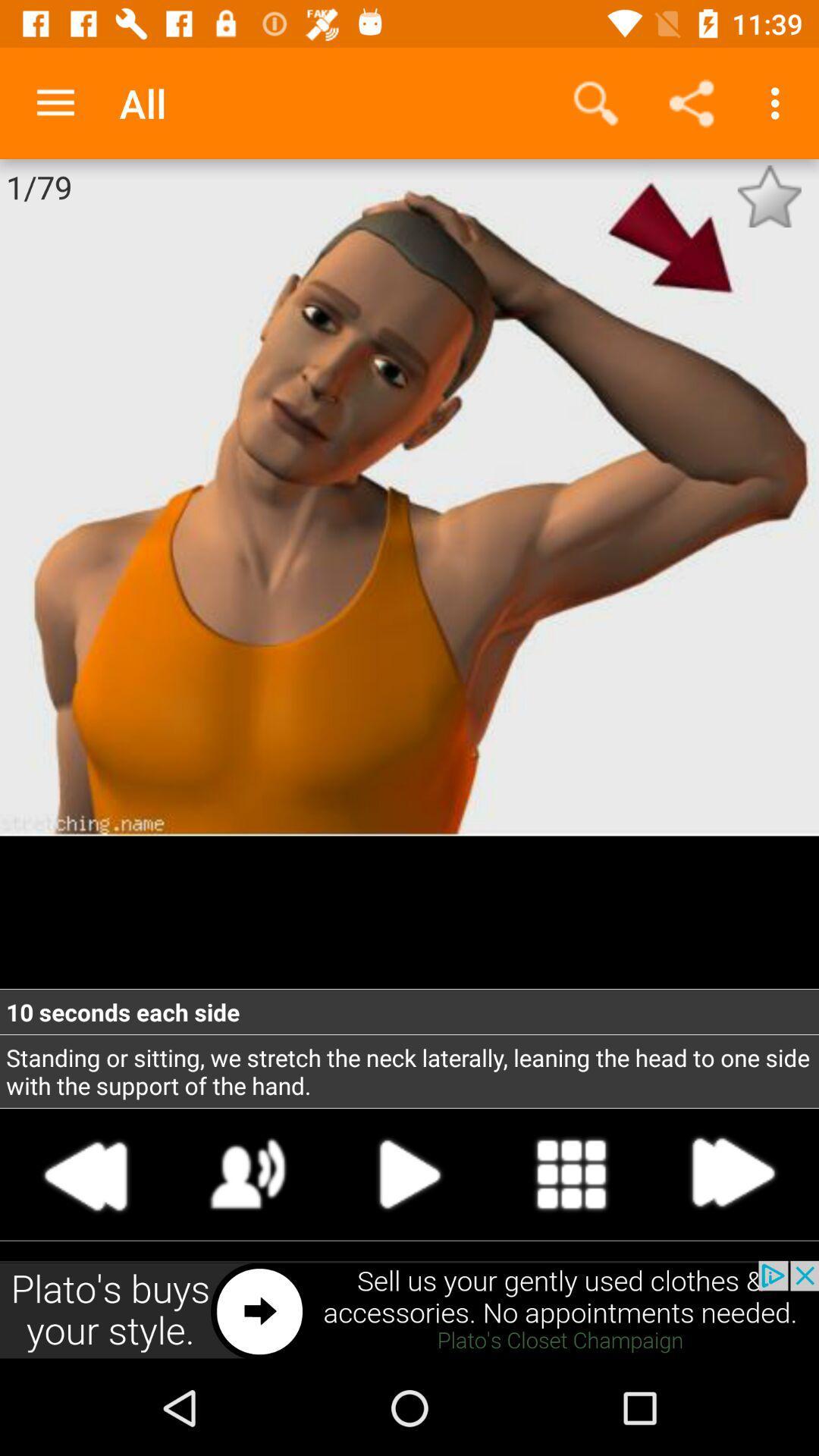  I want to click on cleck the star button which is in the right corner, so click(769, 196).